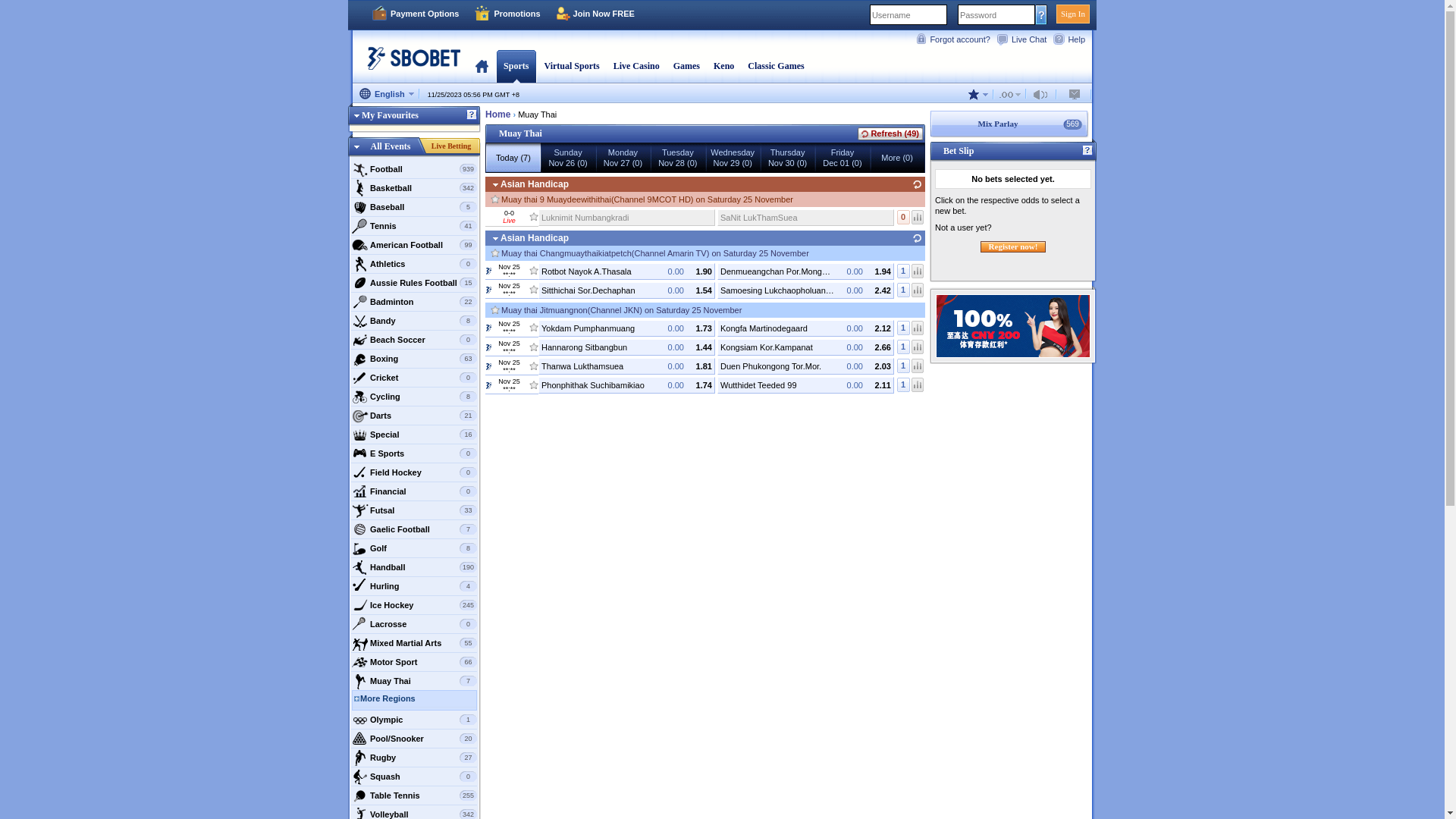  Describe the element at coordinates (414, 680) in the screenshot. I see `'Muay Thai` at that location.